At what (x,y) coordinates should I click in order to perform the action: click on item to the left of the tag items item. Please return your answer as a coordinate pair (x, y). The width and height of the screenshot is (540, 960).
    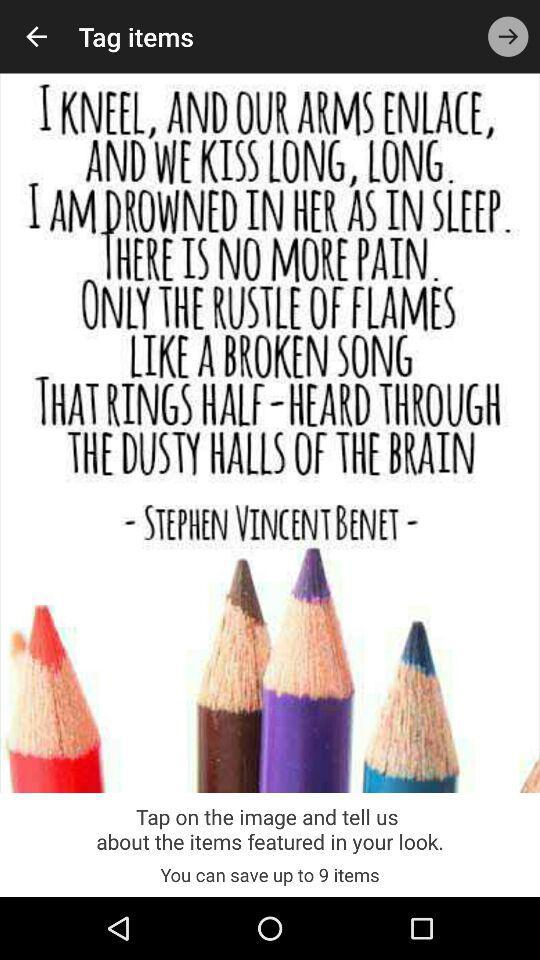
    Looking at the image, I should click on (36, 35).